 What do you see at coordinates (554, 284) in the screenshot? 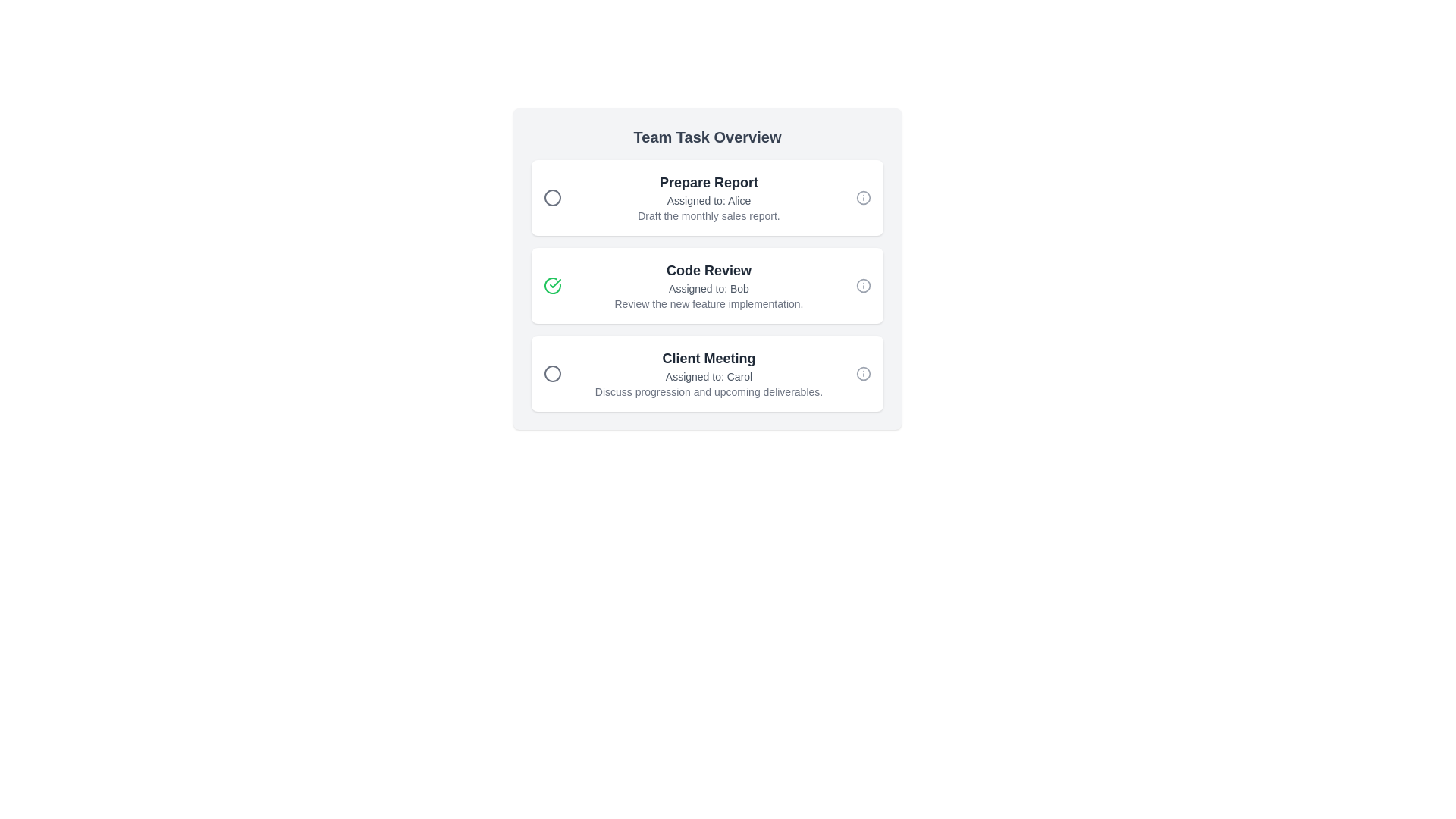
I see `the success icon located inside the second task card labeled 'Code Review' in the 'Team Task Overview' section` at bounding box center [554, 284].